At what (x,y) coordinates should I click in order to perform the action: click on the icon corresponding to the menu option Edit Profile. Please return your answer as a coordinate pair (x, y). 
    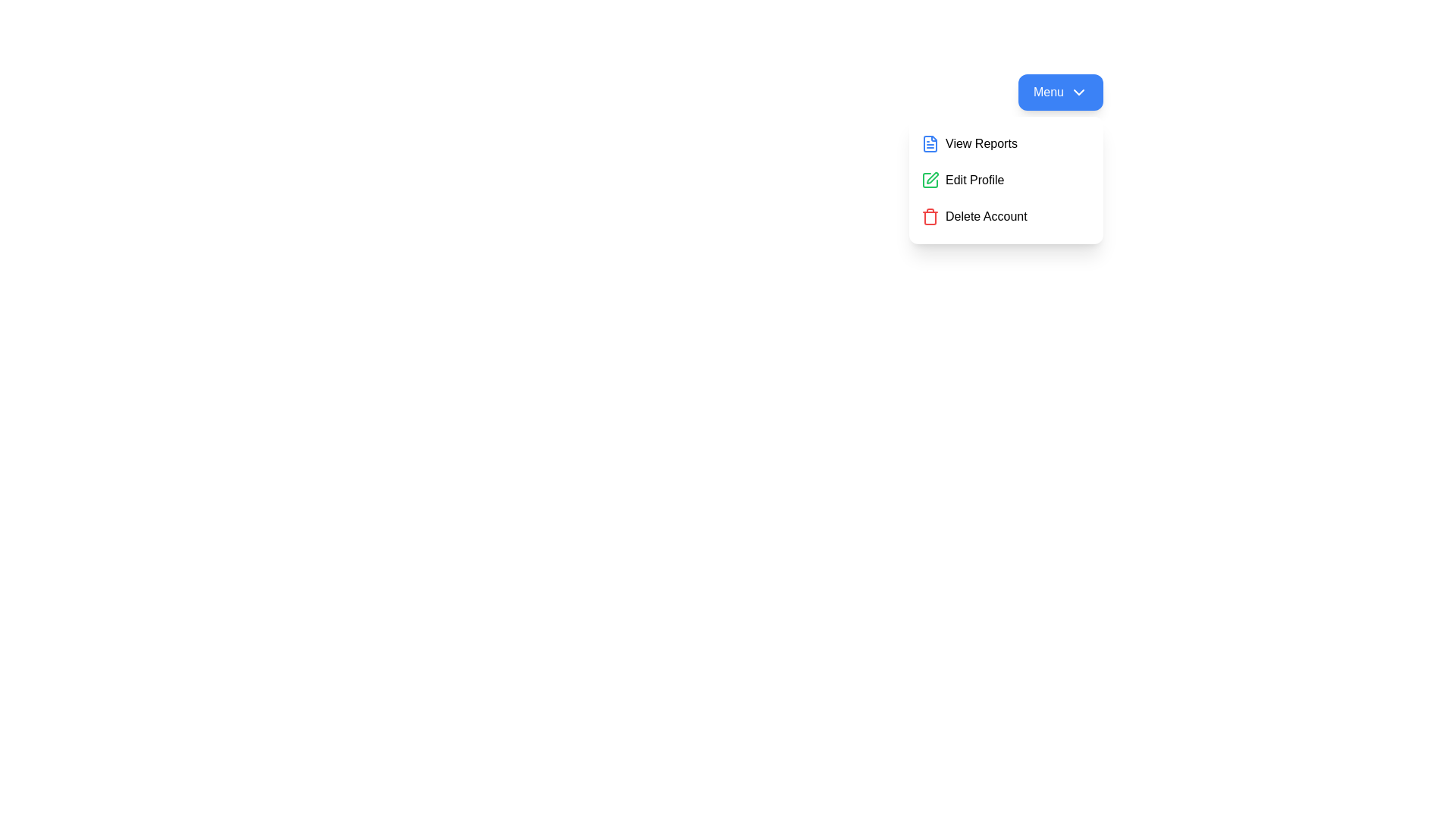
    Looking at the image, I should click on (930, 180).